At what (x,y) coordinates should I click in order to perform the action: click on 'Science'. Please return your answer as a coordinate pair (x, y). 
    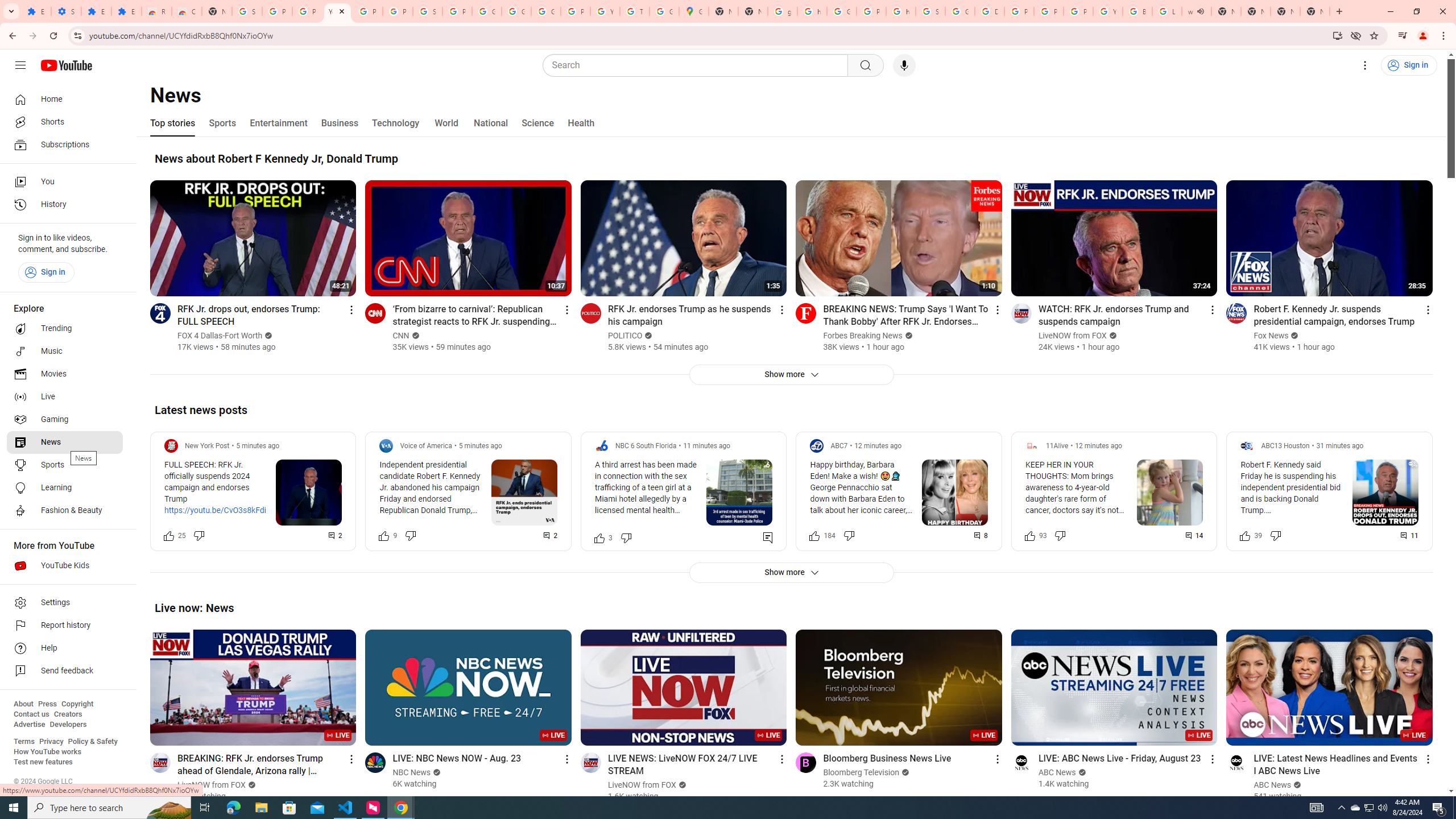
    Looking at the image, I should click on (536, 122).